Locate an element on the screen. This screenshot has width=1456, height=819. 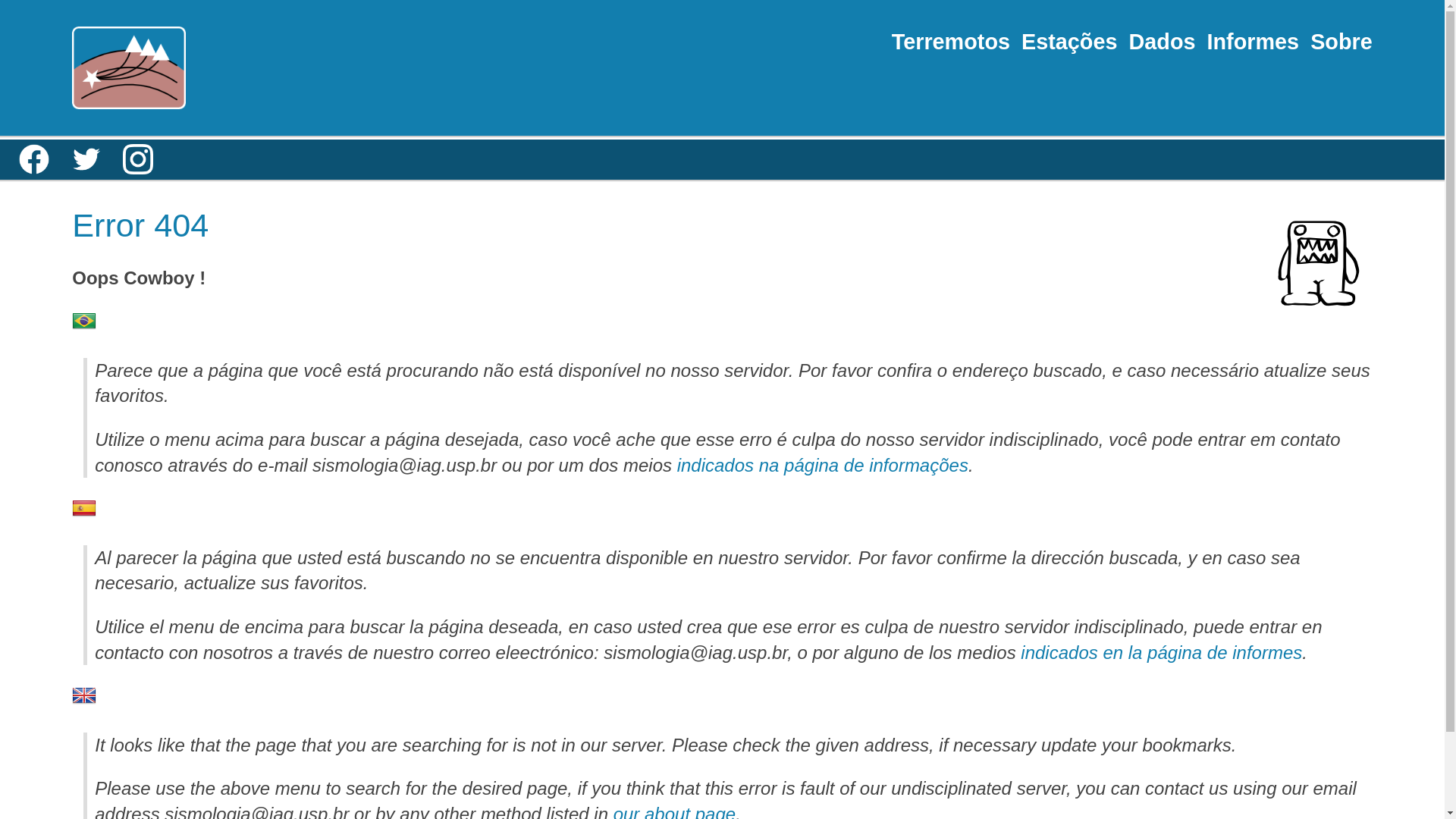
'Dados' is located at coordinates (1160, 40).